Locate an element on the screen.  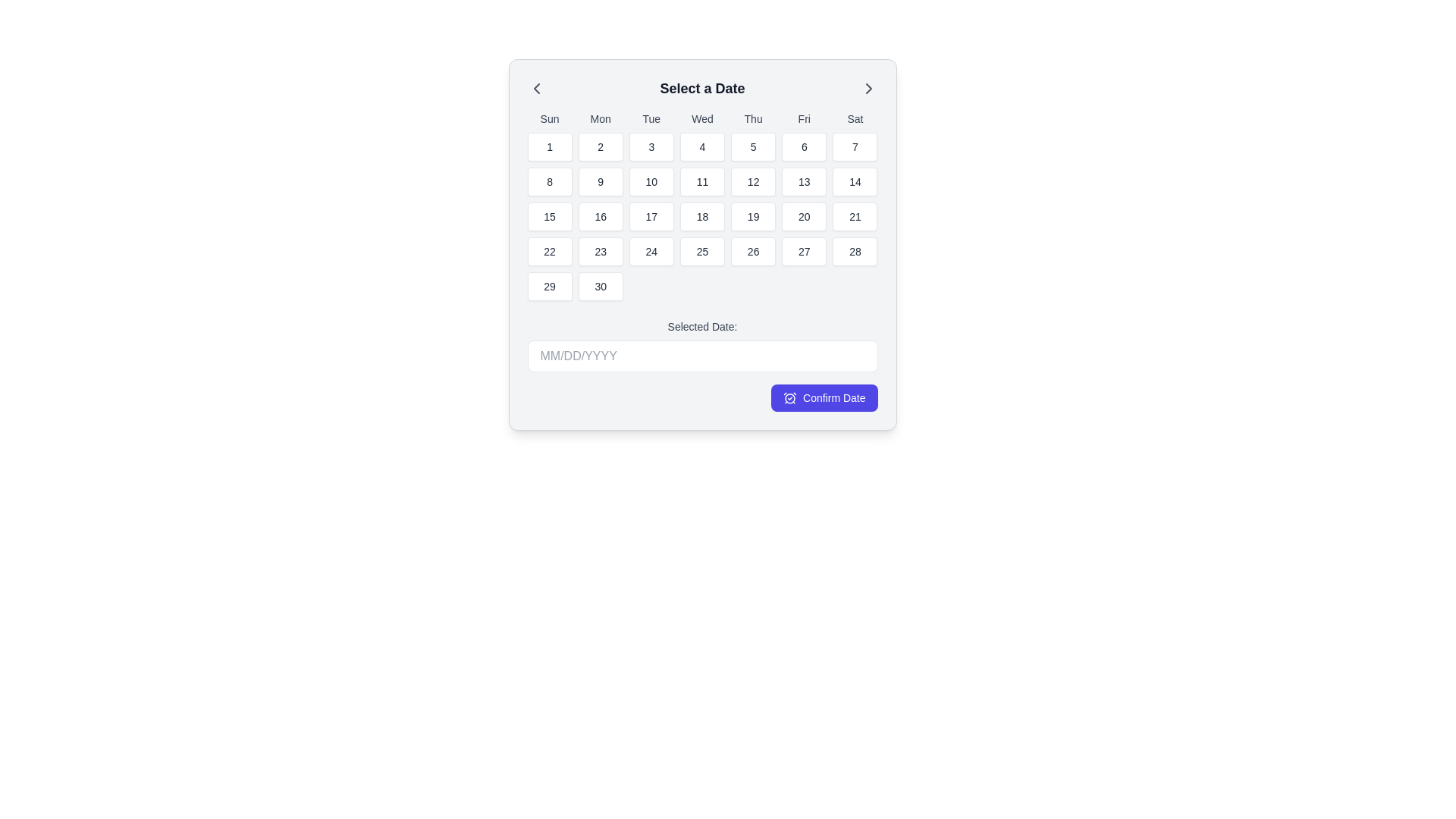
the second day selection button in the calendar, located under the 'Mon' label is located at coordinates (600, 146).